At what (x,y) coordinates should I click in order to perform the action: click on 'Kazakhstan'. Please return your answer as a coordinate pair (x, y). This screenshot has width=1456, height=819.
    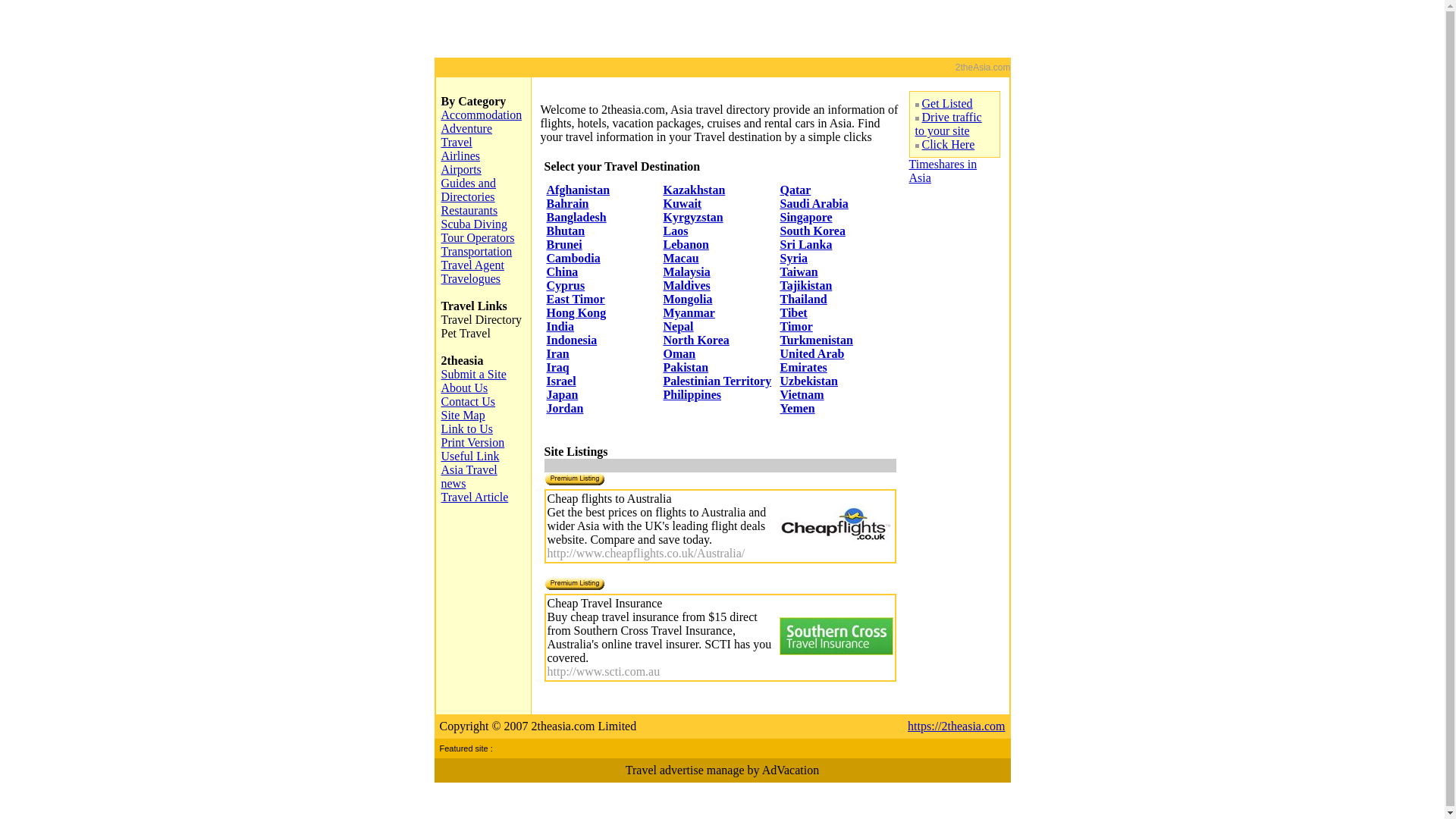
    Looking at the image, I should click on (693, 189).